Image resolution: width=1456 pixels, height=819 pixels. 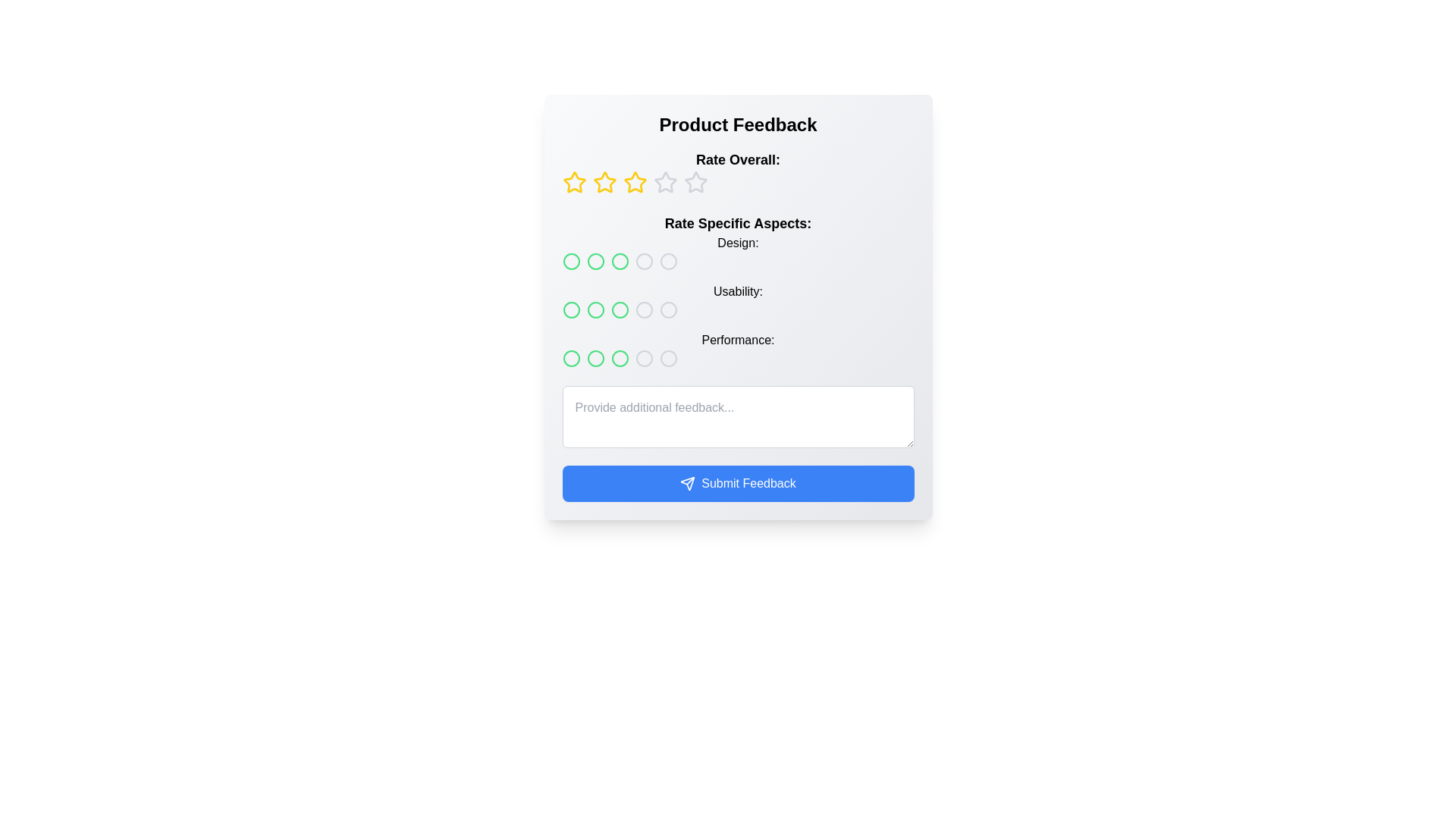 I want to click on the third circle in the 'Usability' rating group within the 'Rate Specific Aspects' section of the 'Product Feedback' form to indicate a specific rating level, so click(x=595, y=309).